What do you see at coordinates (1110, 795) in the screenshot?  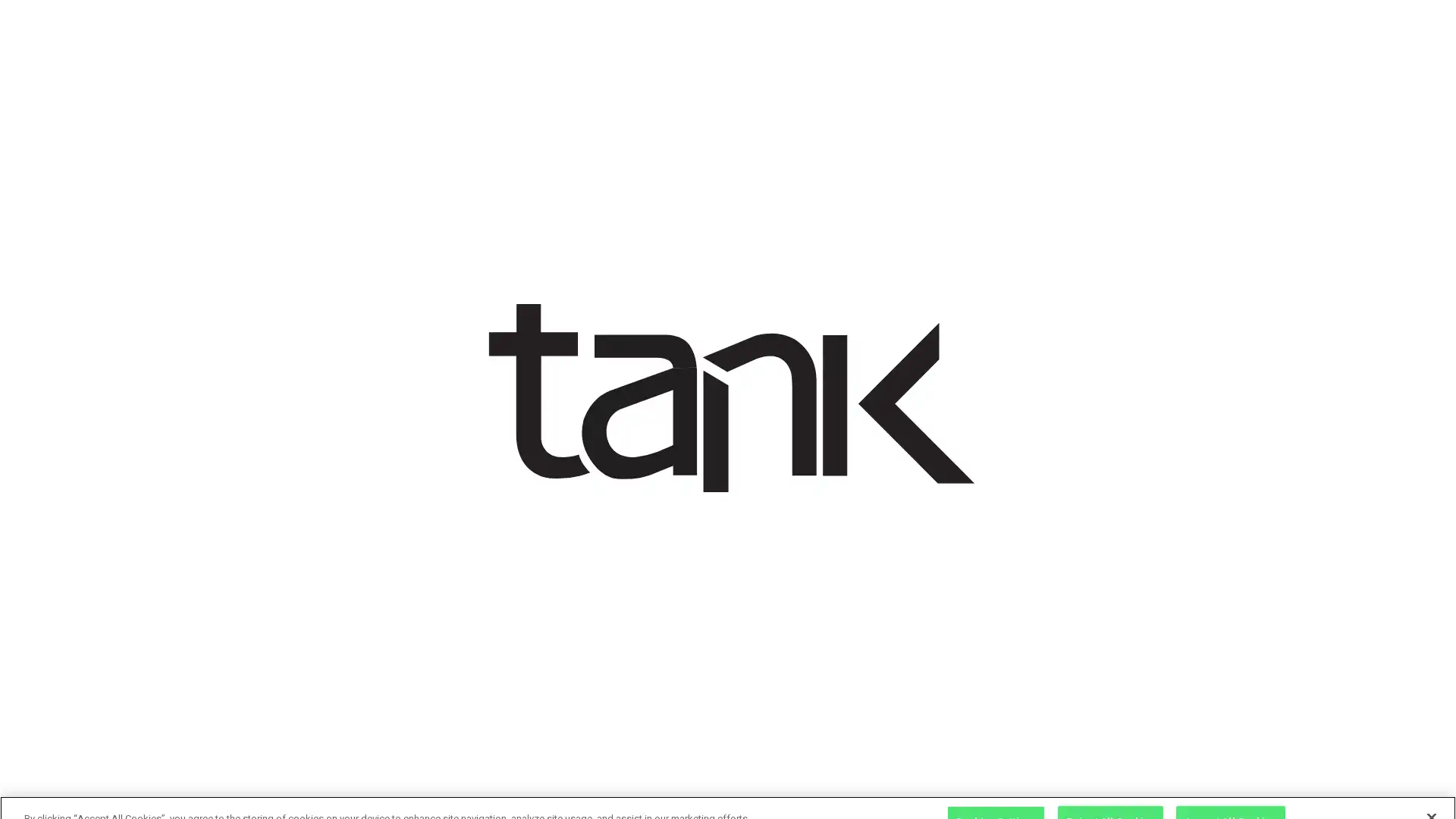 I see `Reject All Cookies` at bounding box center [1110, 795].